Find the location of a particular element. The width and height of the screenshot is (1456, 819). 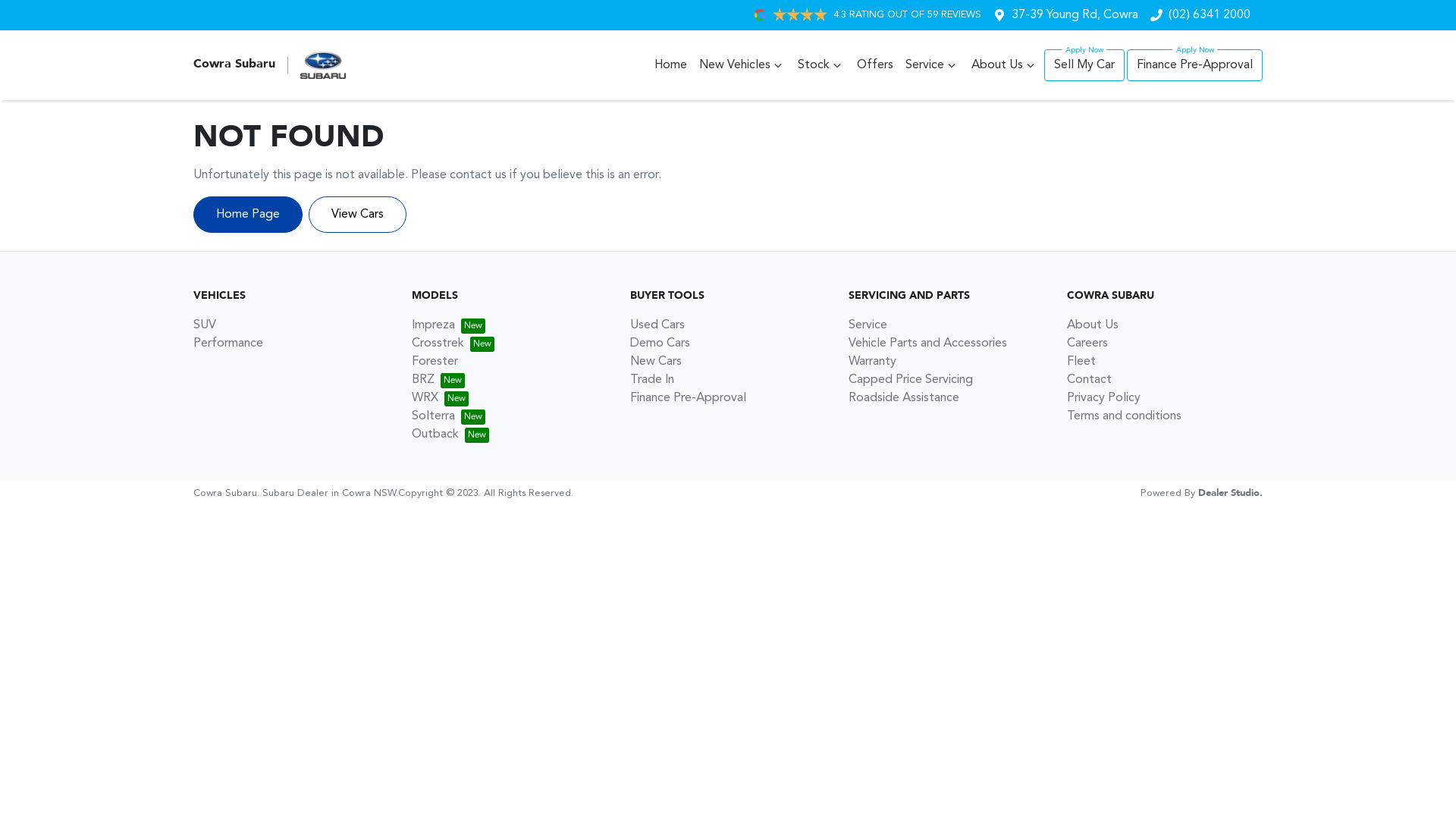

'Capped Price Servicing' is located at coordinates (910, 379).